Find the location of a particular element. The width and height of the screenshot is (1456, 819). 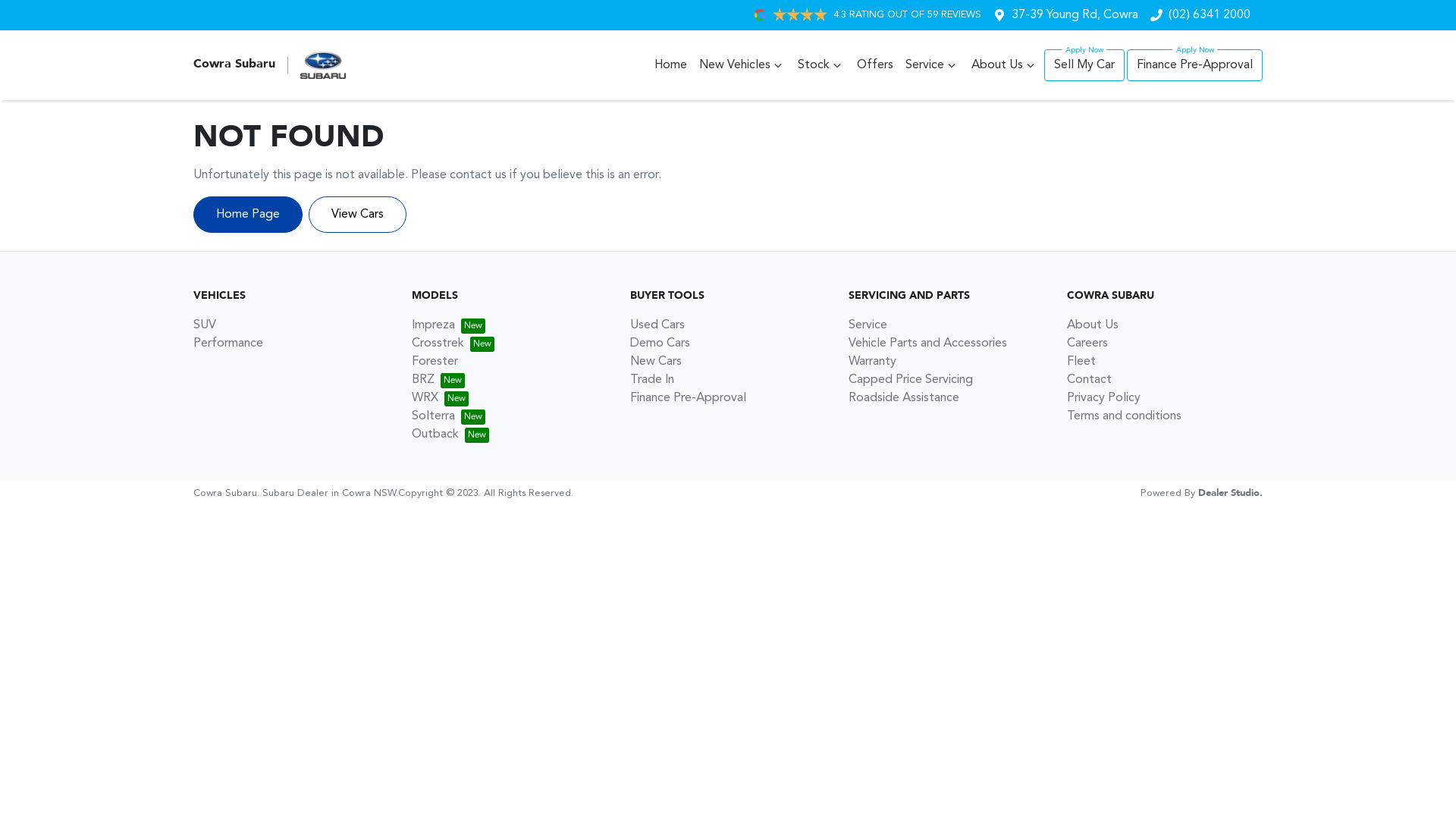

'Capped Price Servicing' is located at coordinates (910, 379).